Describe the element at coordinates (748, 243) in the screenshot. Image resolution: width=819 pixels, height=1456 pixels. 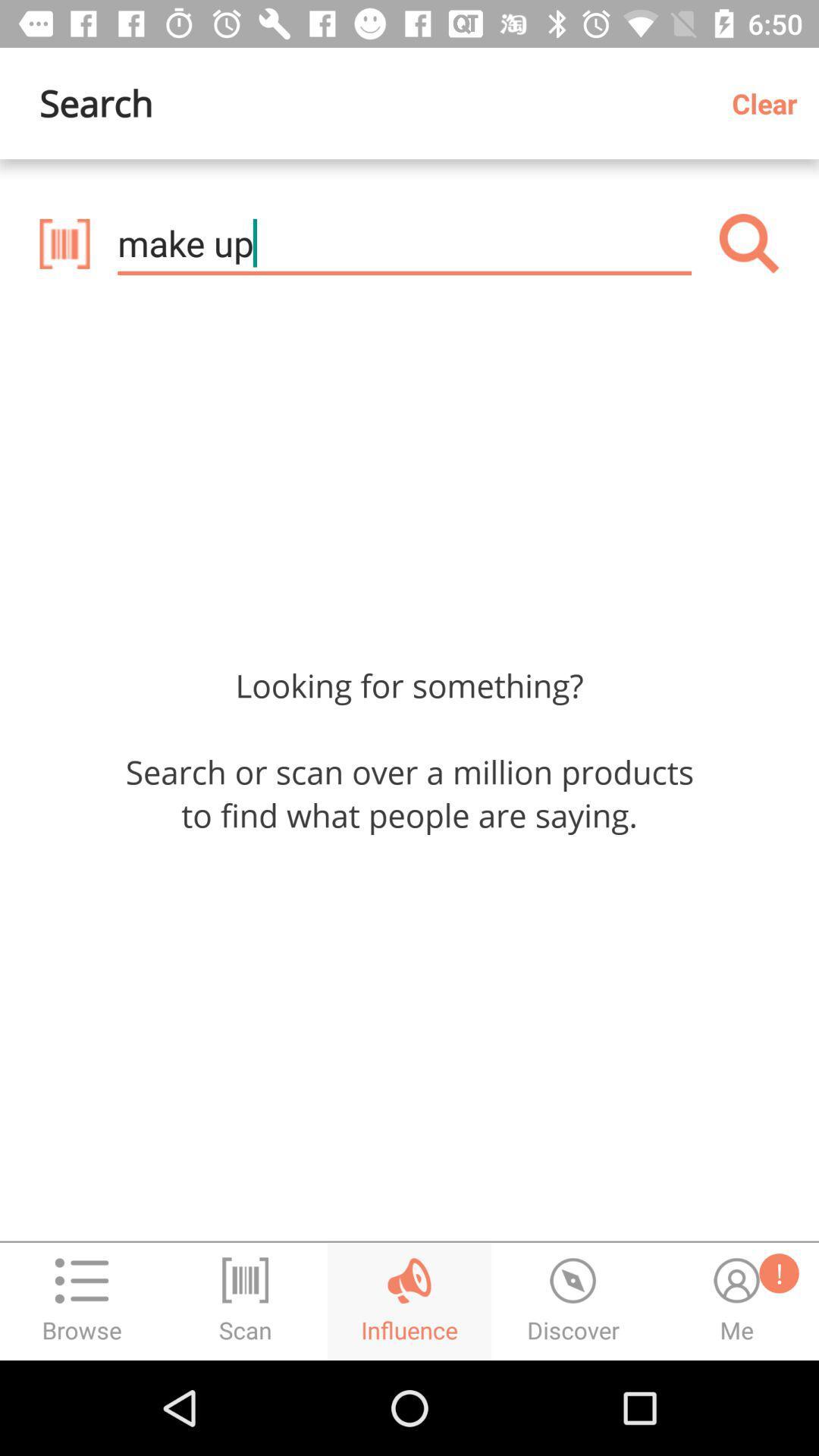
I see `the search icon` at that location.